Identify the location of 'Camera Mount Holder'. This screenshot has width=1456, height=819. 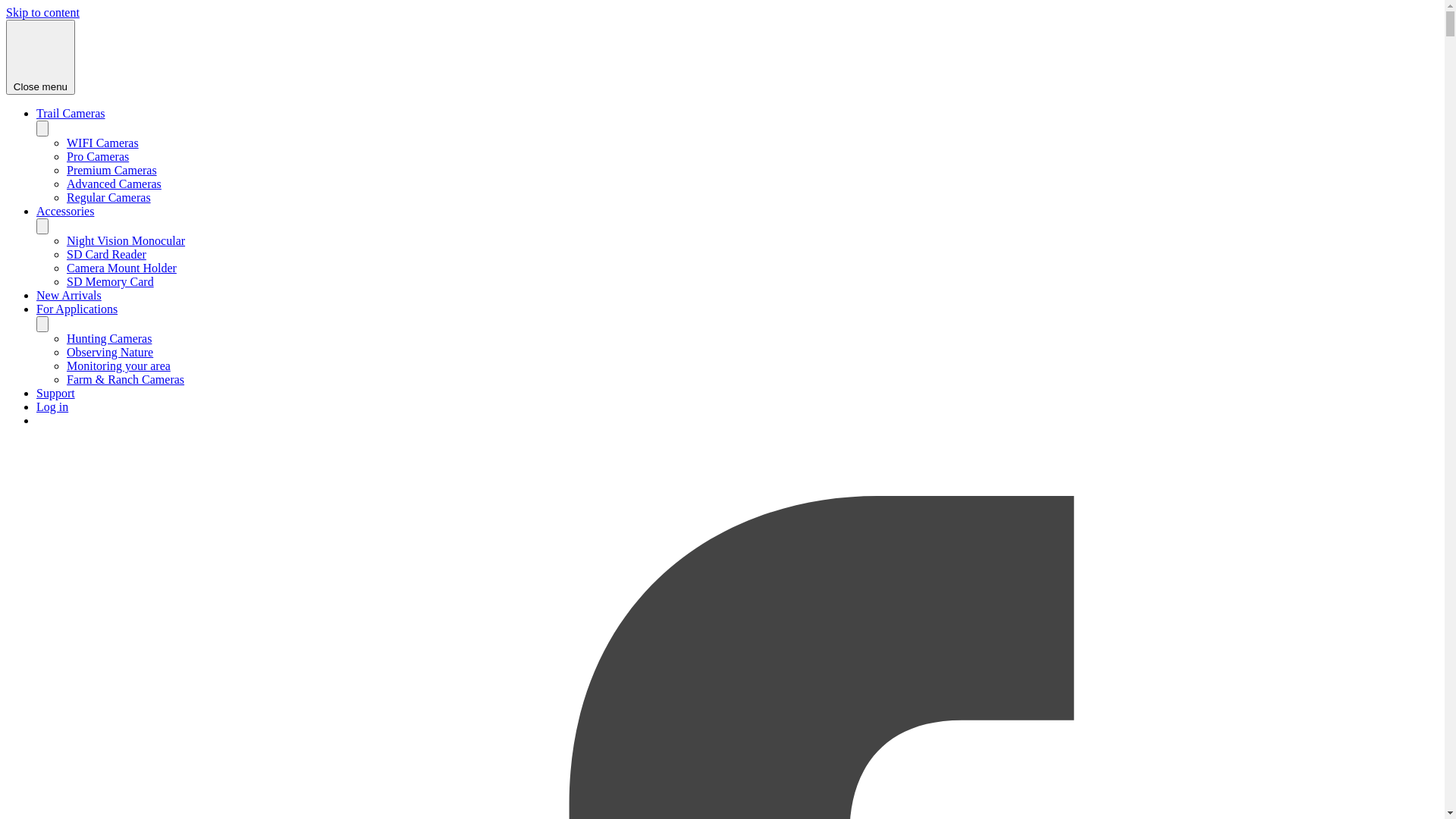
(121, 267).